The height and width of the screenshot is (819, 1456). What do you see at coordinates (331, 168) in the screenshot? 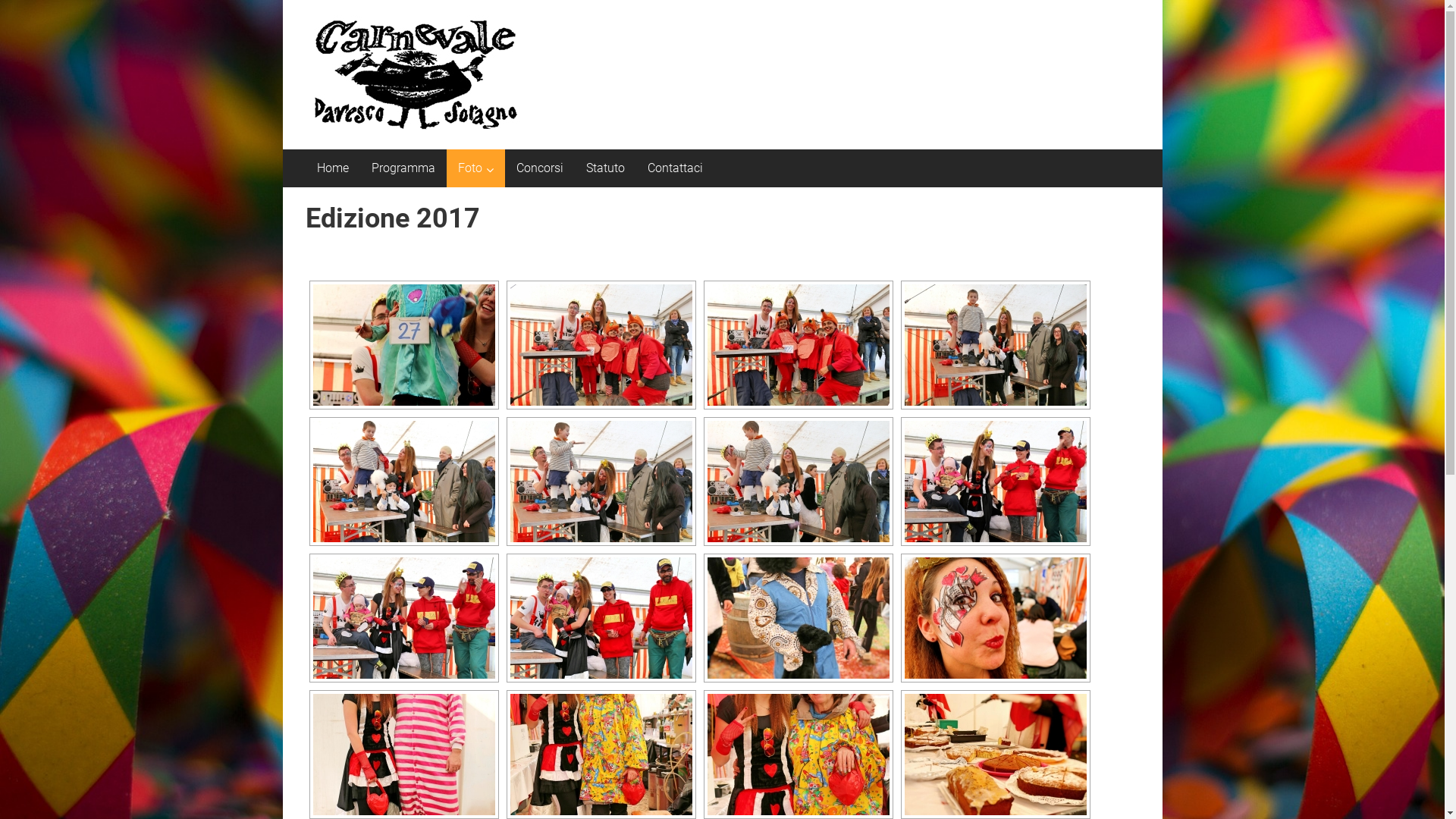
I see `'Home'` at bounding box center [331, 168].